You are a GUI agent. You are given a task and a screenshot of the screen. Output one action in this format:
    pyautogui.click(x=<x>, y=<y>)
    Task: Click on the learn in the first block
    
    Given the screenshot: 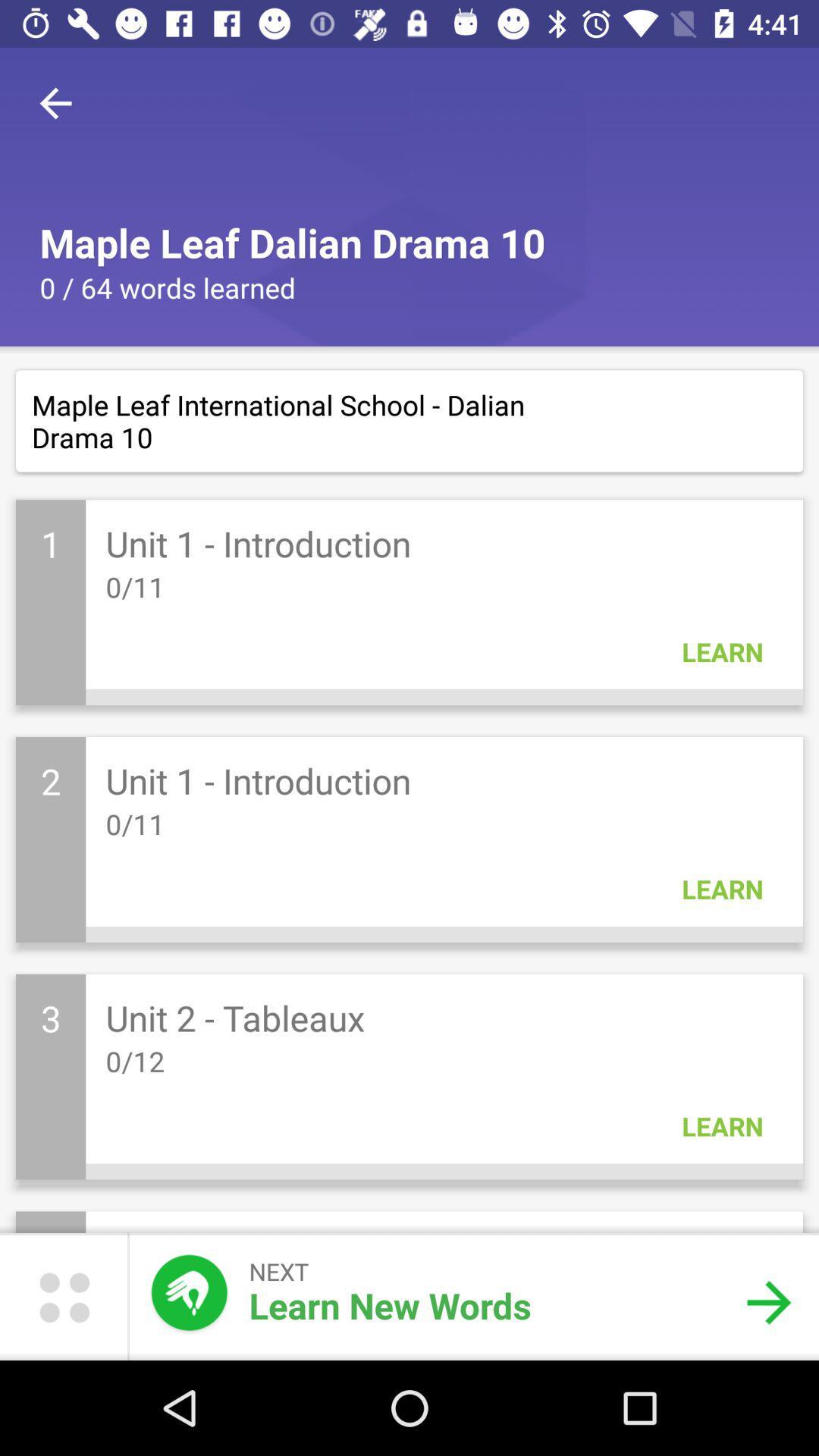 What is the action you would take?
    pyautogui.click(x=721, y=651)
    